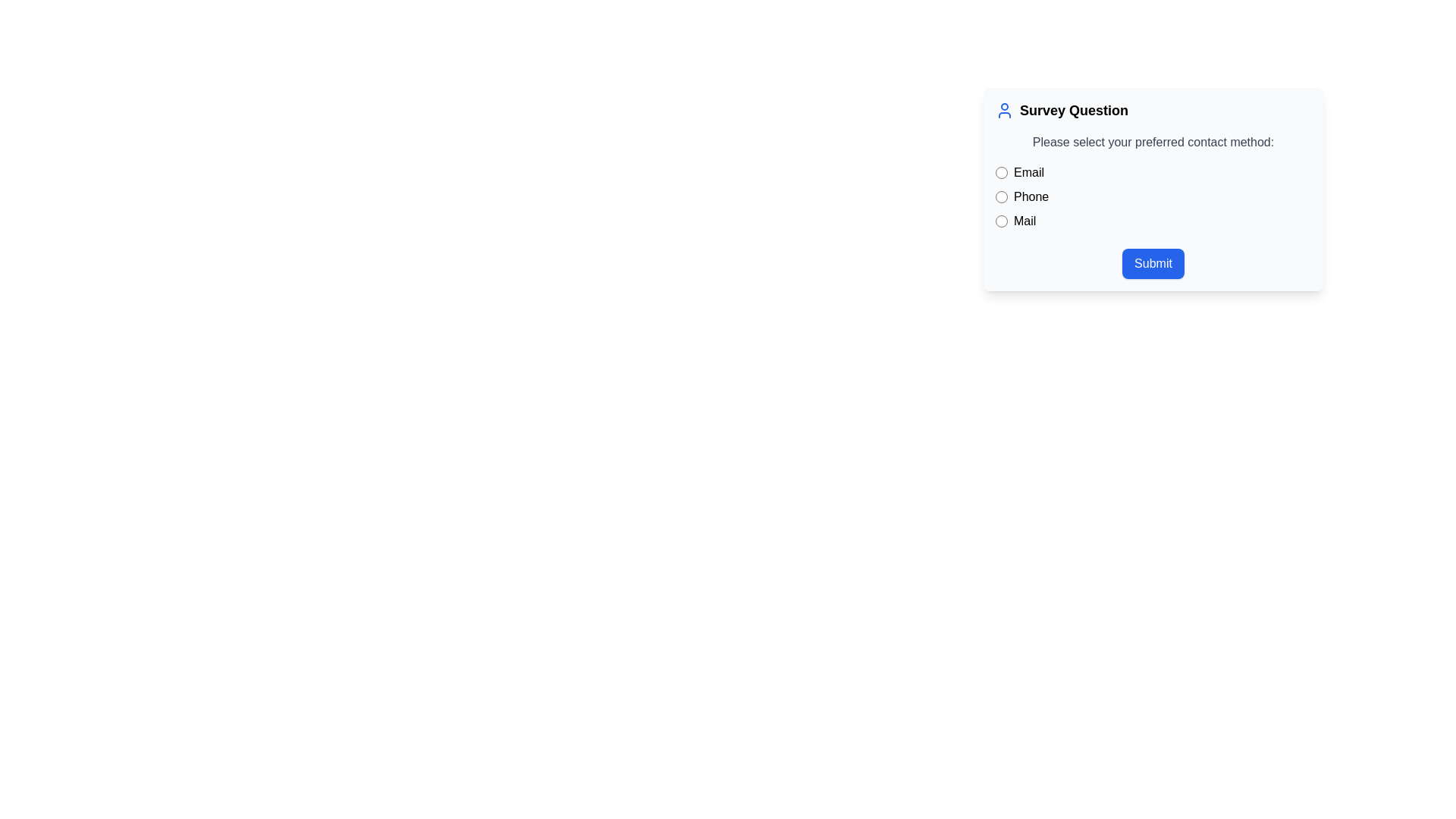 This screenshot has width=1456, height=819. What do you see at coordinates (1001, 221) in the screenshot?
I see `the circular radio button labeled 'Mail'` at bounding box center [1001, 221].